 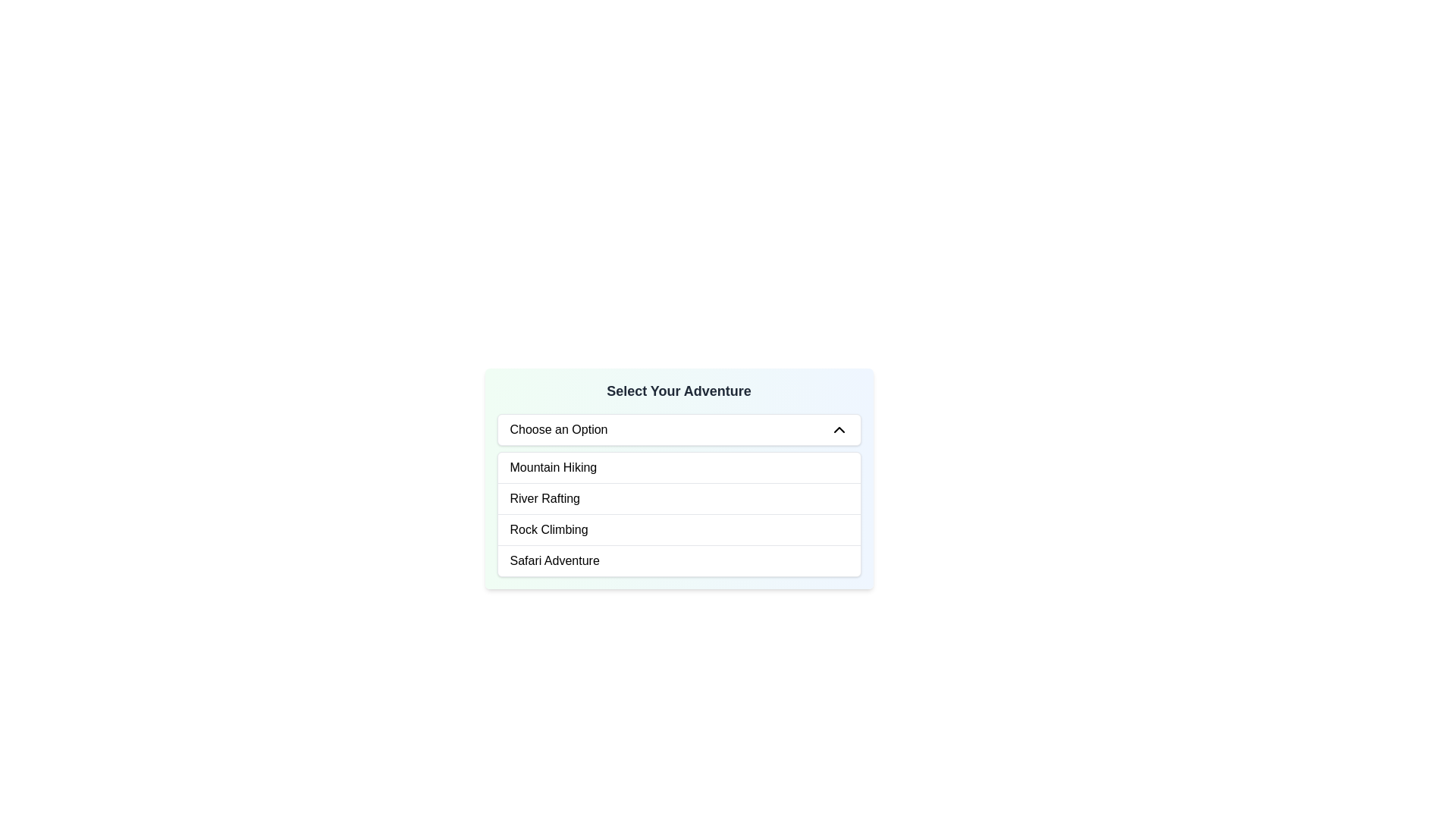 What do you see at coordinates (678, 430) in the screenshot?
I see `on the dropdown menu labeled 'Select Your Adventure'` at bounding box center [678, 430].